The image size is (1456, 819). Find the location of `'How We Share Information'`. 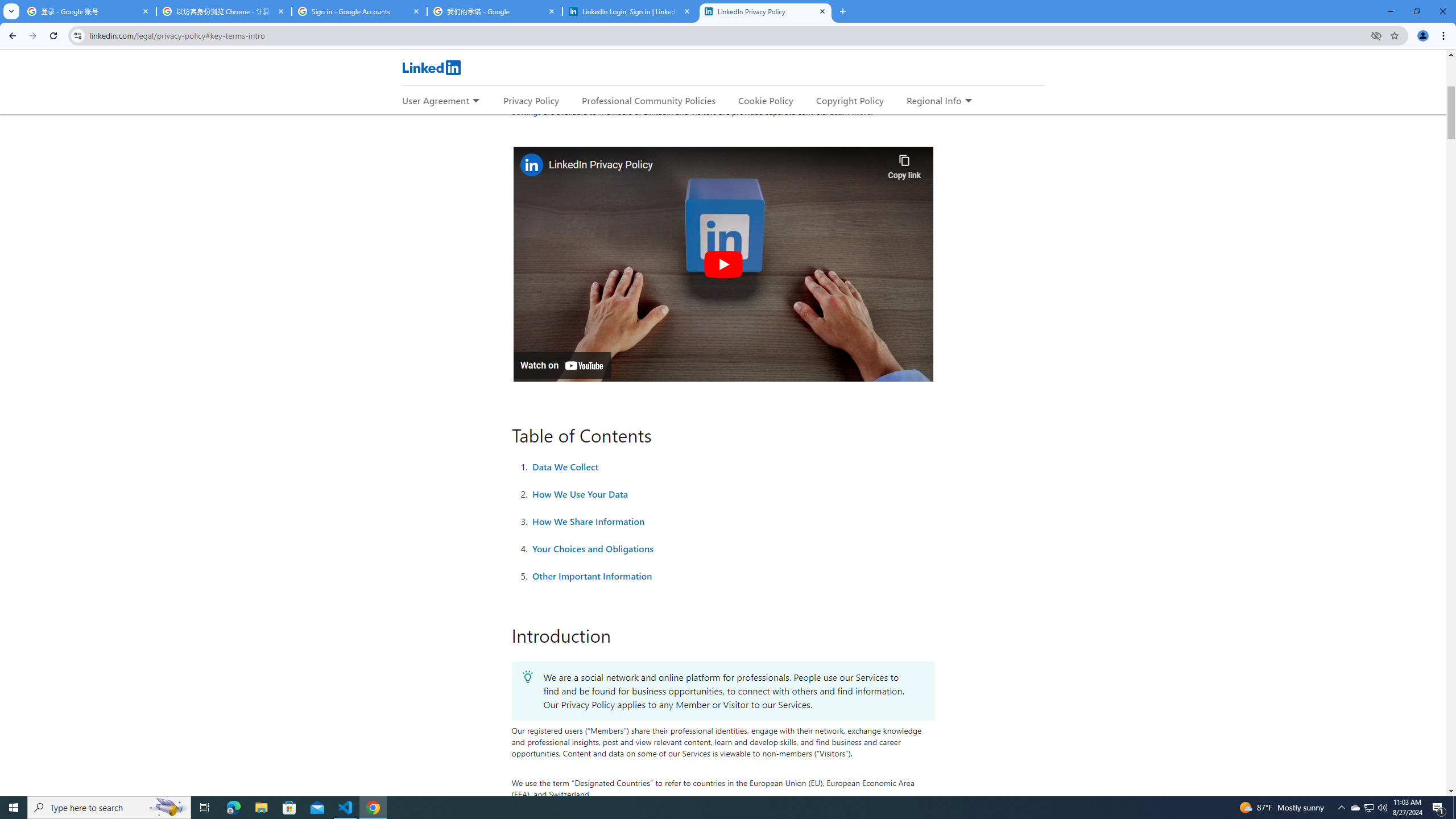

'How We Share Information' is located at coordinates (589, 520).